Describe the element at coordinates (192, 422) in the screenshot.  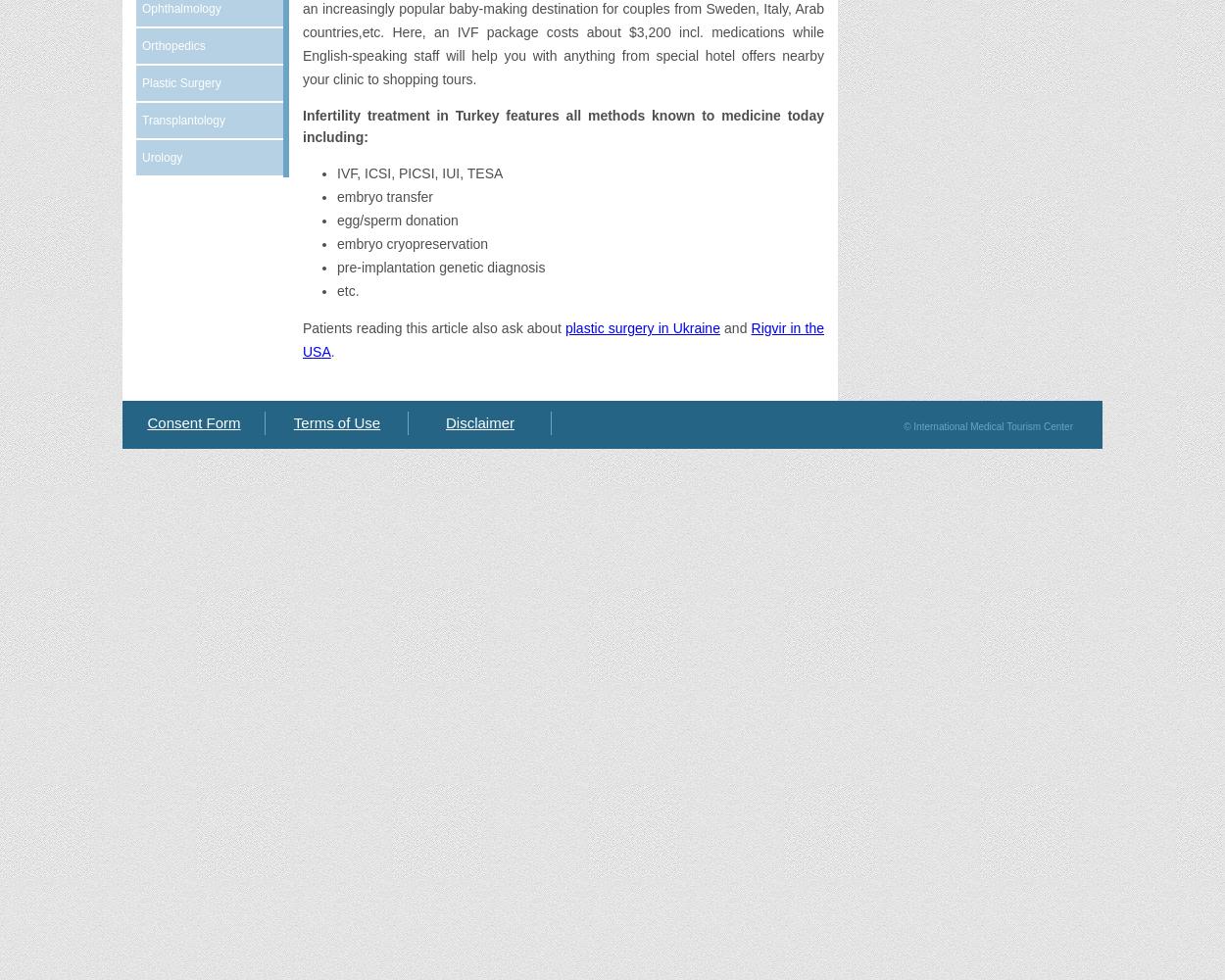
I see `'Consent Form'` at that location.